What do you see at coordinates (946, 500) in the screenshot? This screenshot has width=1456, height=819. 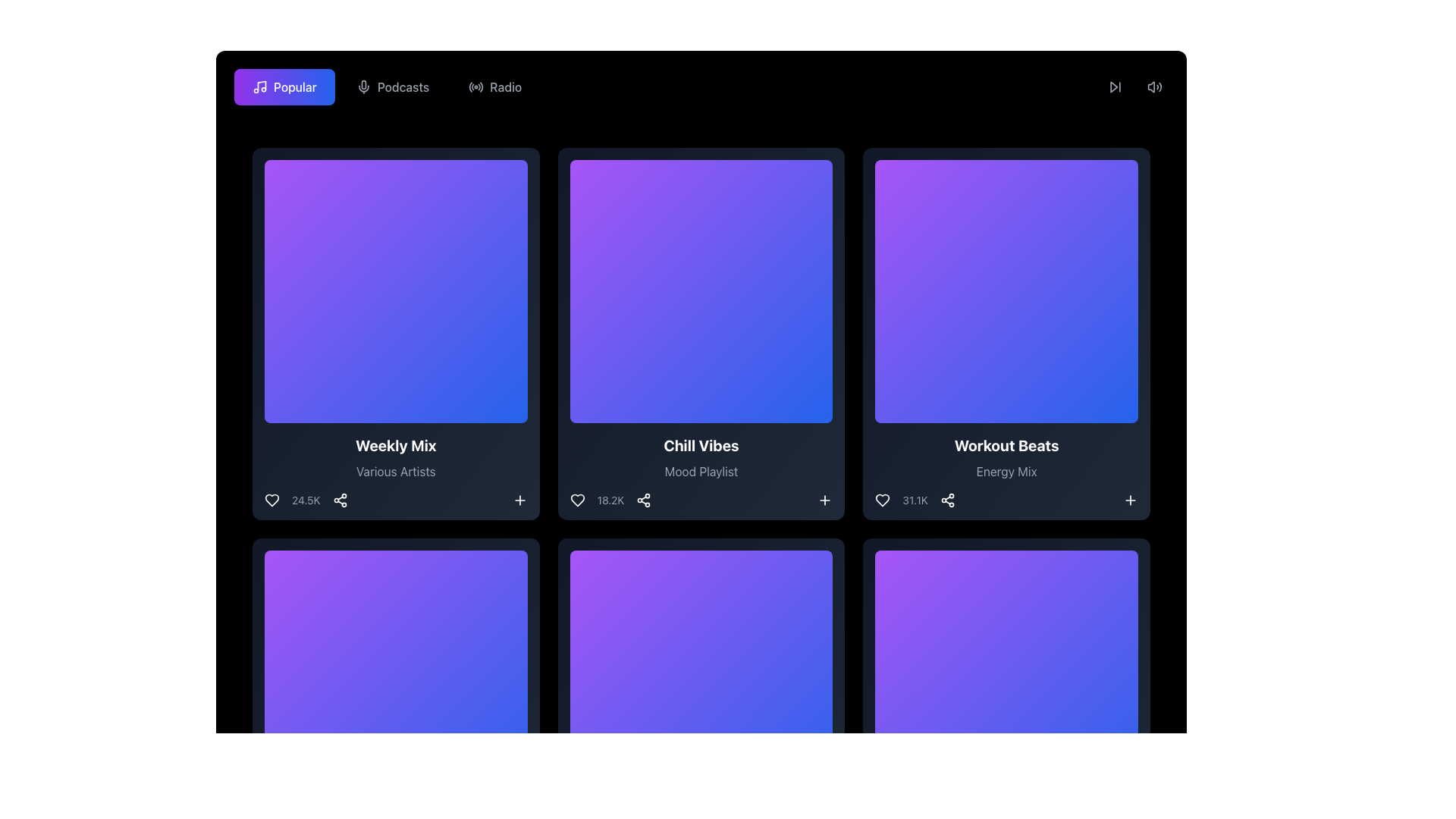 I see `the share icon styled as a network with three connected dots, located` at bounding box center [946, 500].